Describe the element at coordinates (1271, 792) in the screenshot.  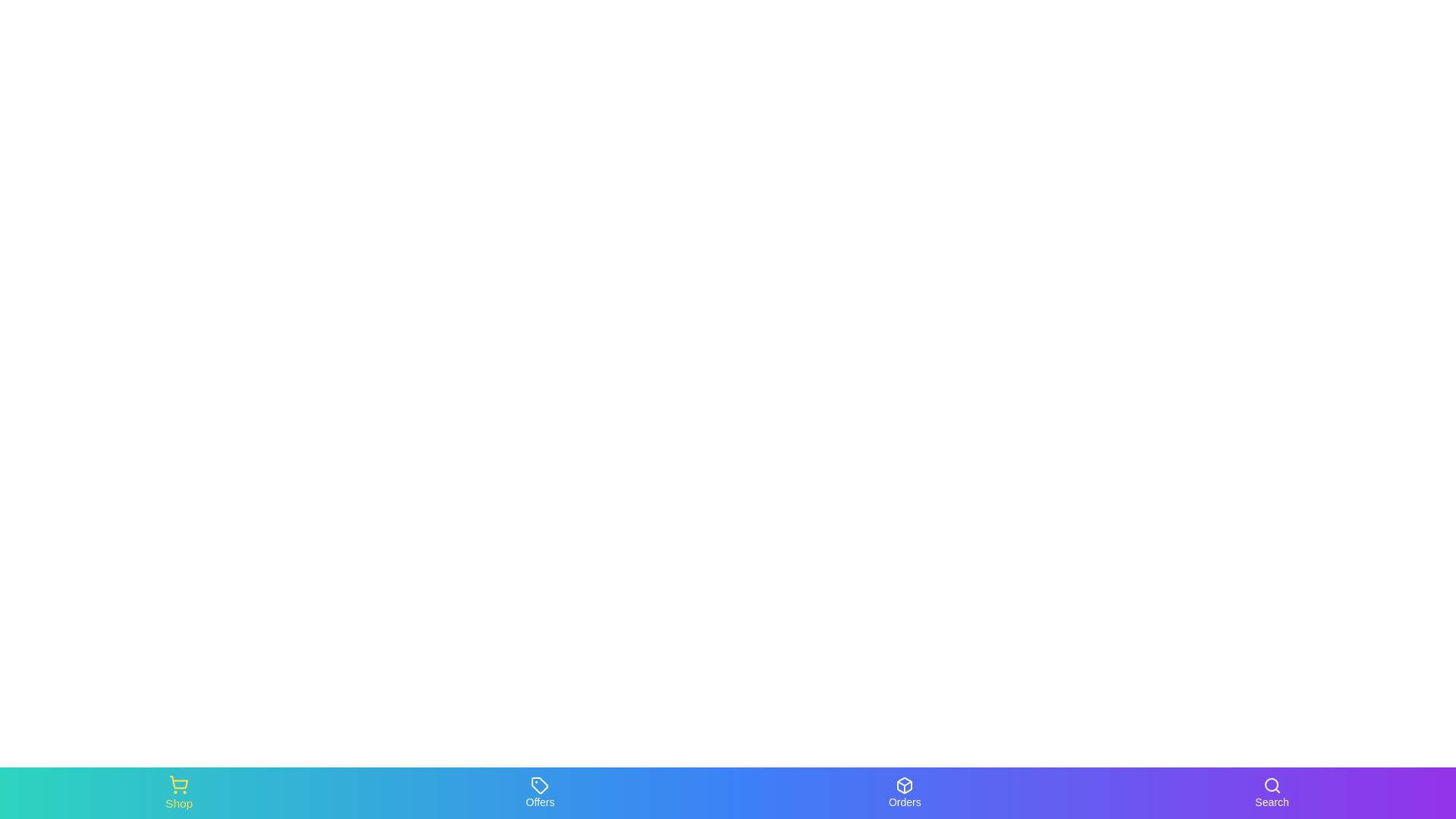
I see `the Search tab` at that location.